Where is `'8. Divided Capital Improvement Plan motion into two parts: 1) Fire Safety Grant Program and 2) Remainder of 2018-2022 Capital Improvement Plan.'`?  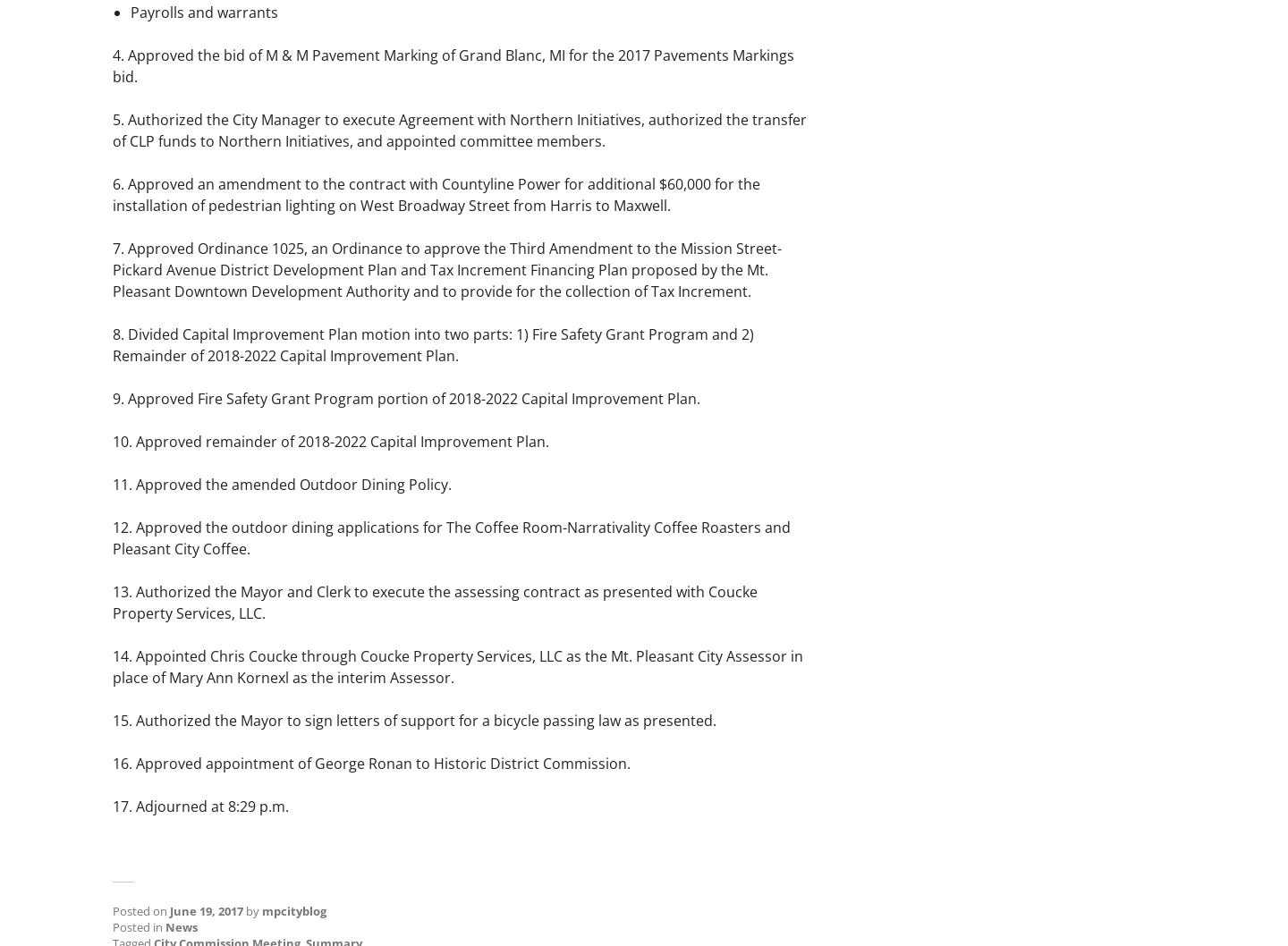 '8. Divided Capital Improvement Plan motion into two parts: 1) Fire Safety Grant Program and 2) Remainder of 2018-2022 Capital Improvement Plan.' is located at coordinates (432, 344).